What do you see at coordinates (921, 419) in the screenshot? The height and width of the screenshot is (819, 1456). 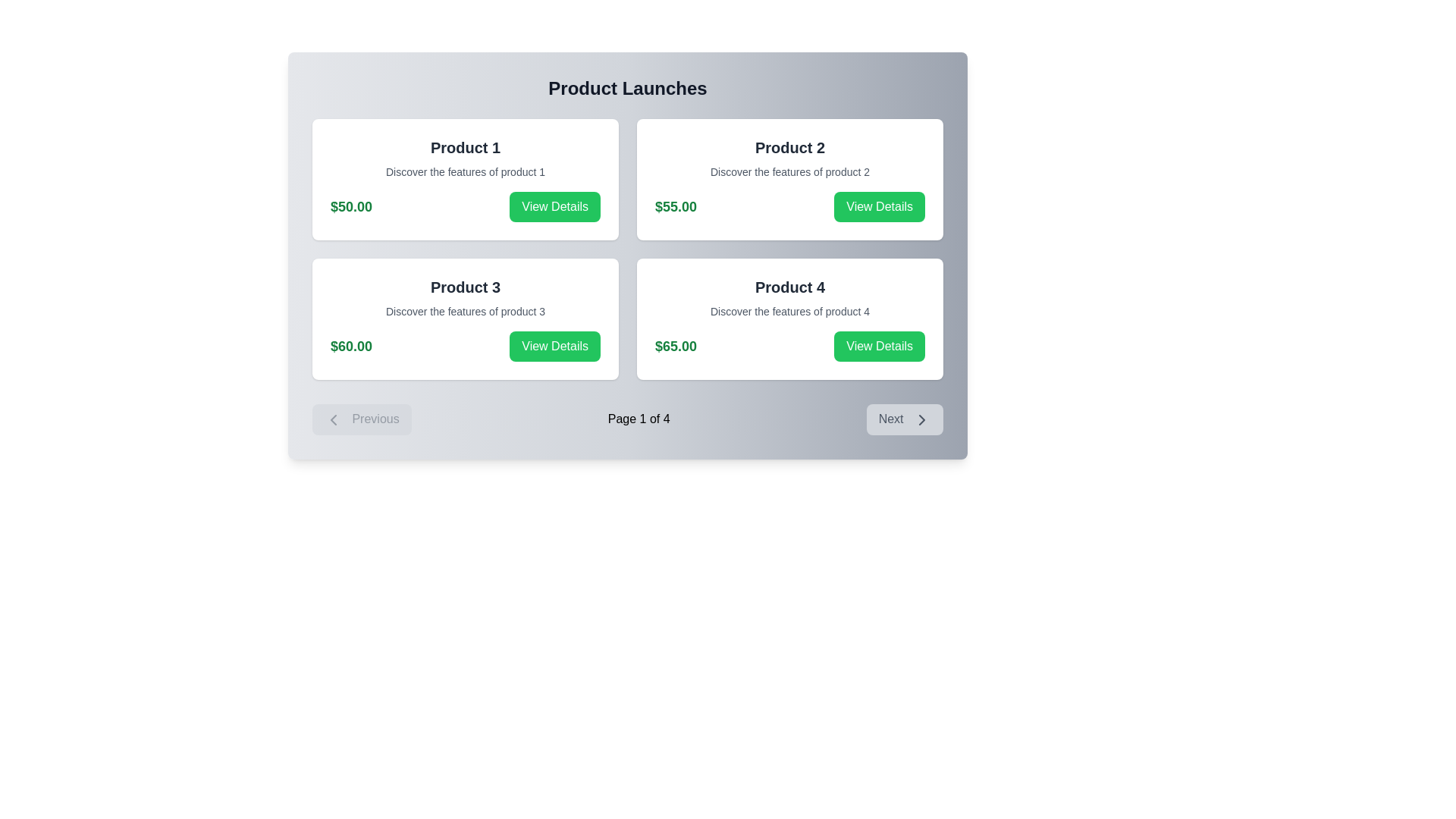 I see `the right-arrow chevron icon located on the rightmost side of the 'Next' button with a gray background and rounded edges` at bounding box center [921, 419].